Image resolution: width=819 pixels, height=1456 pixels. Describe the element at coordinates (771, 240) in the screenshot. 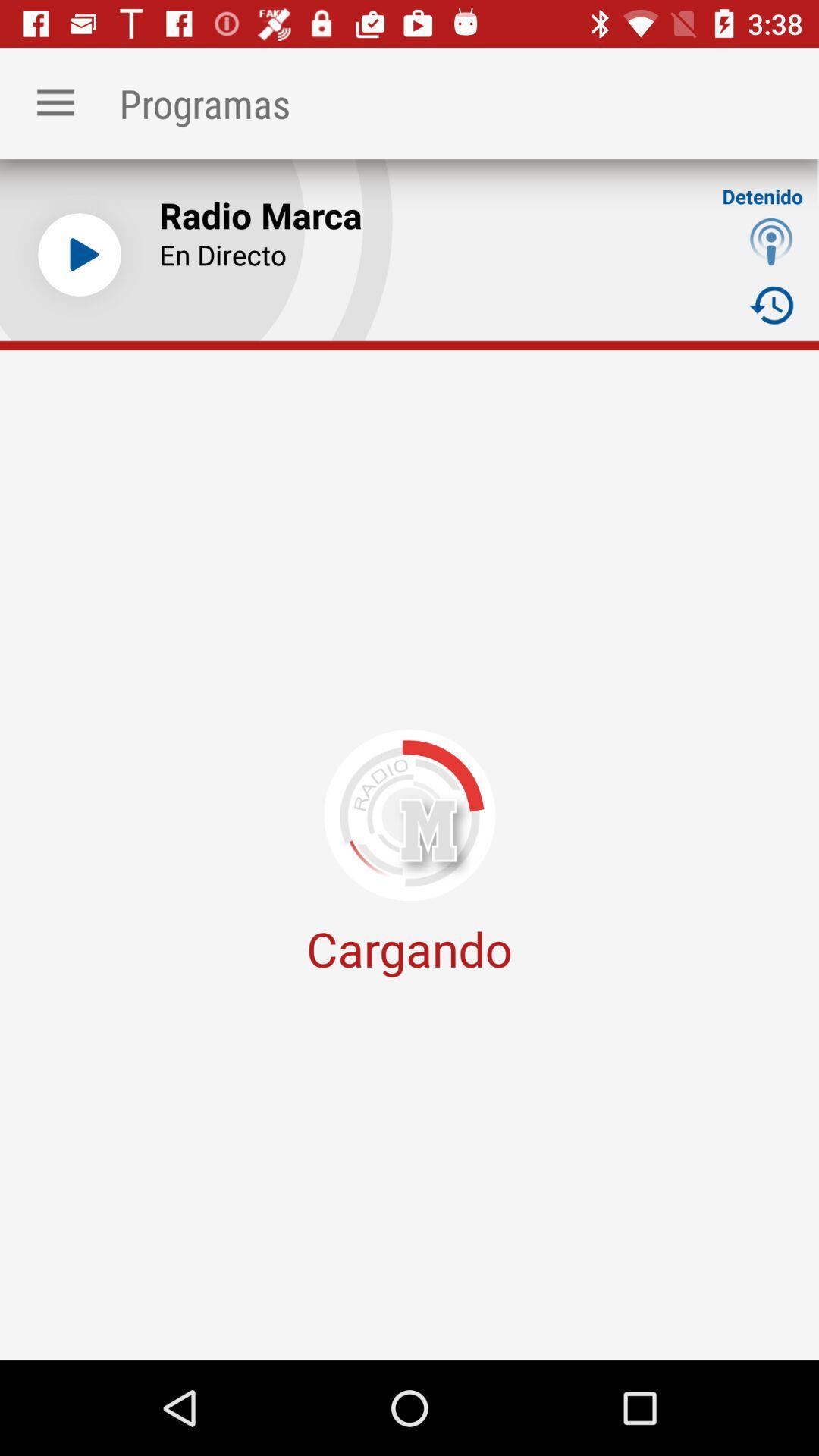

I see `the item next to en directo` at that location.